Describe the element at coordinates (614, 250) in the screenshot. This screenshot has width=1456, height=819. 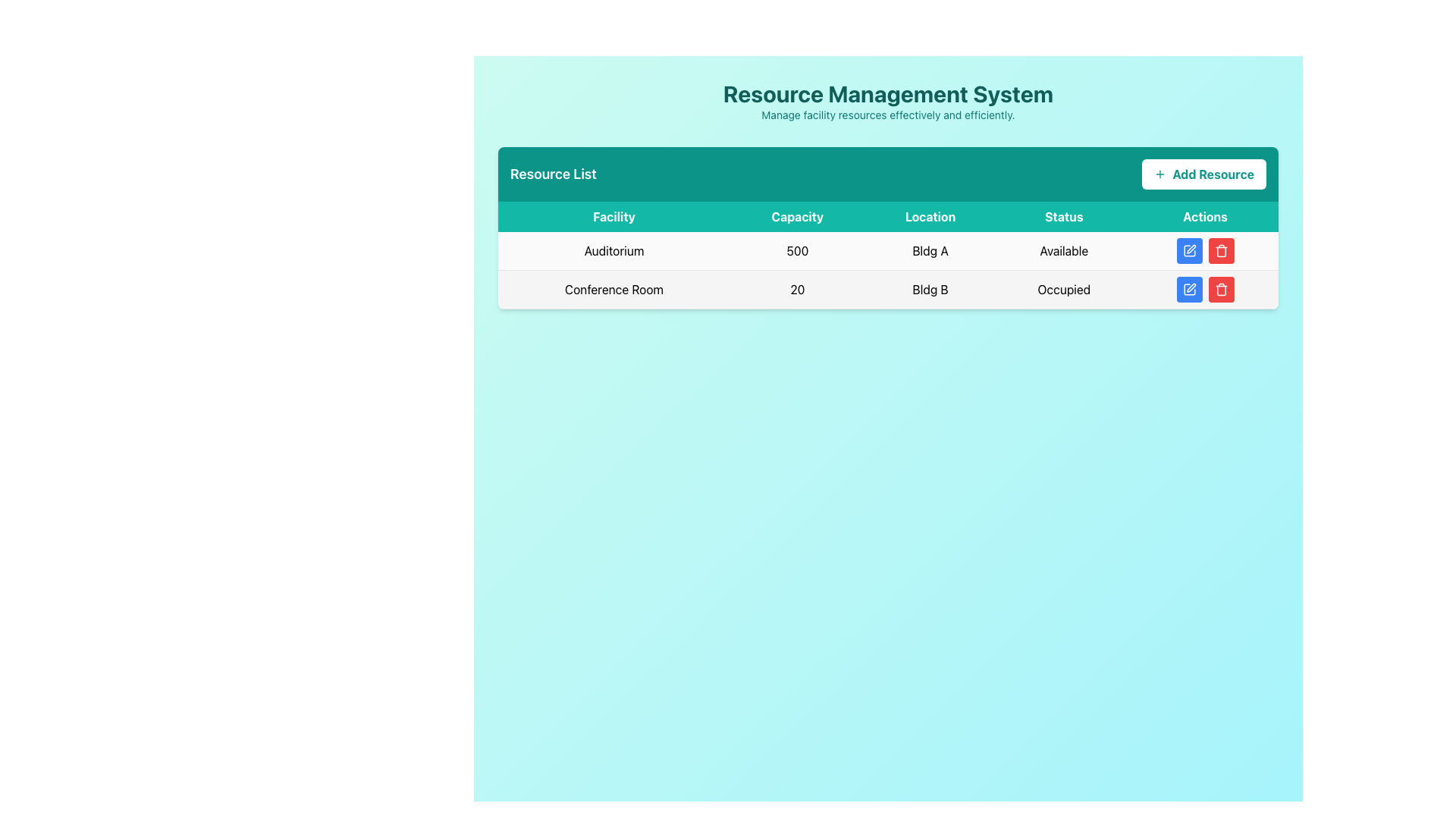
I see `text label that signifies the name or designation of a facility, located in the first row of the table under the header 'Facility'` at that location.